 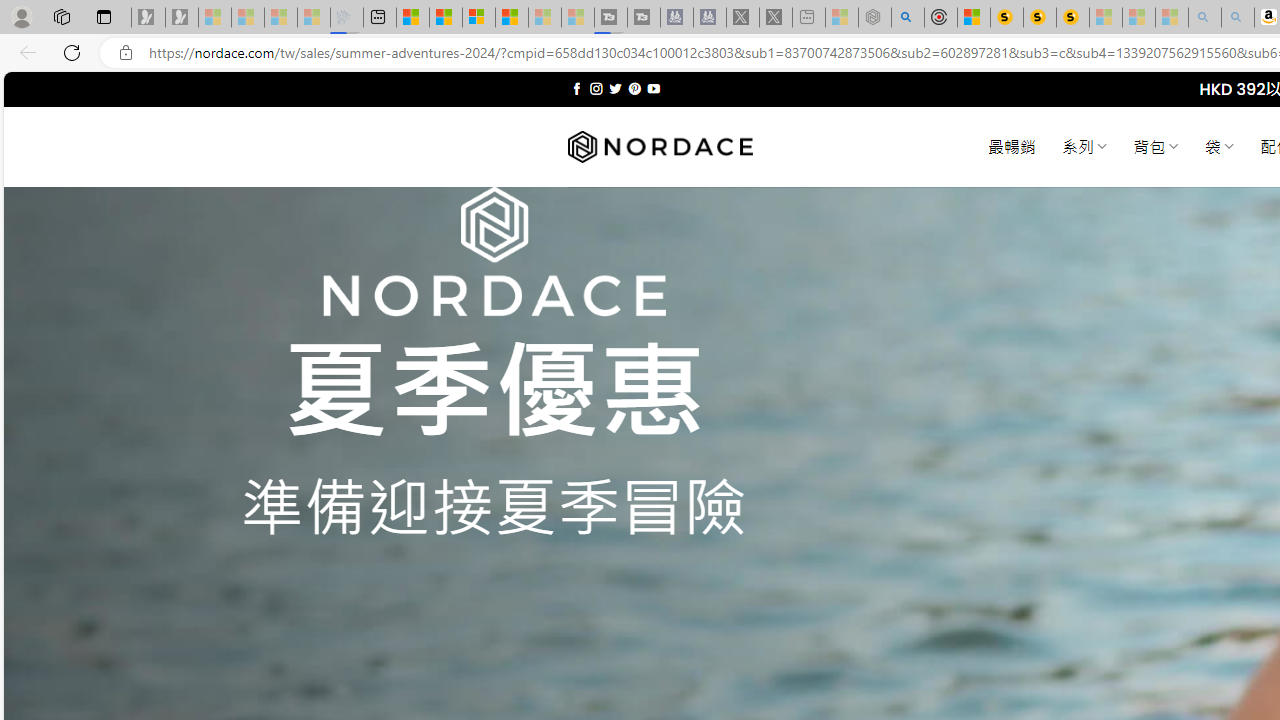 I want to click on 'Amazon Echo Dot PNG - Search Images - Sleeping', so click(x=1237, y=17).